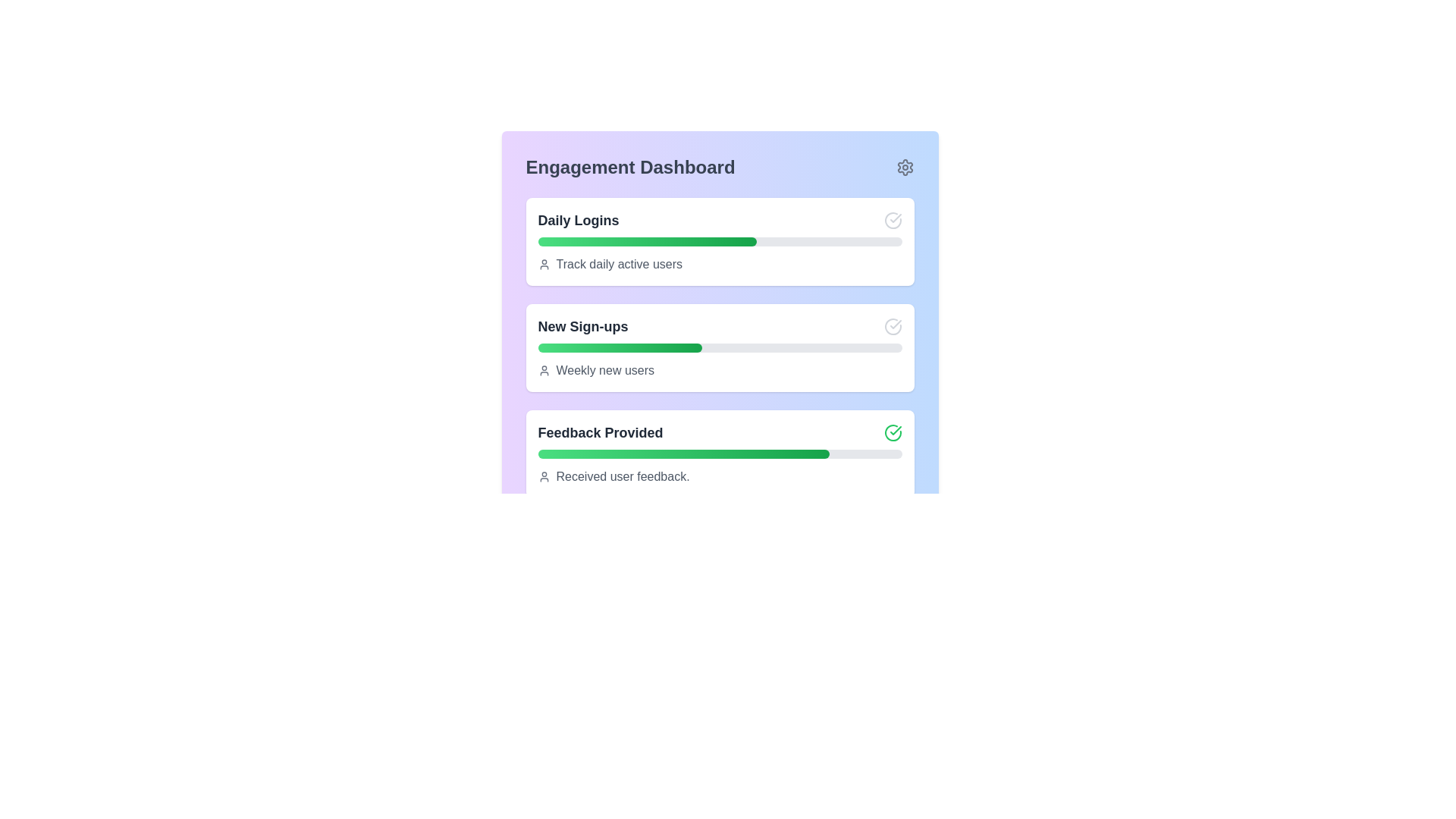  I want to click on the 'Engagement Dashboard' header with the gear icon on the right, so click(719, 167).